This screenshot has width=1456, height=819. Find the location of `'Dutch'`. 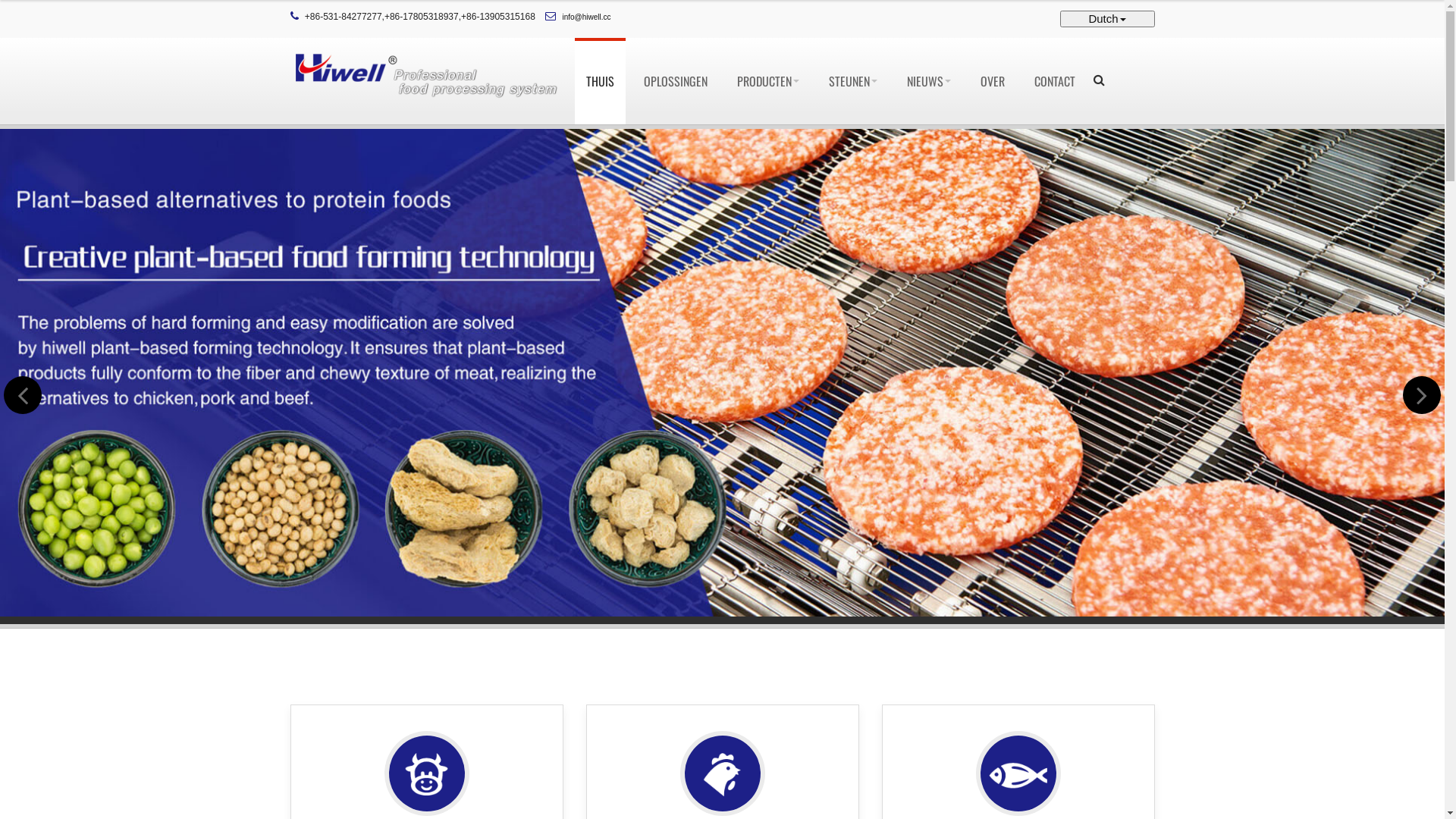

'Dutch' is located at coordinates (1107, 18).